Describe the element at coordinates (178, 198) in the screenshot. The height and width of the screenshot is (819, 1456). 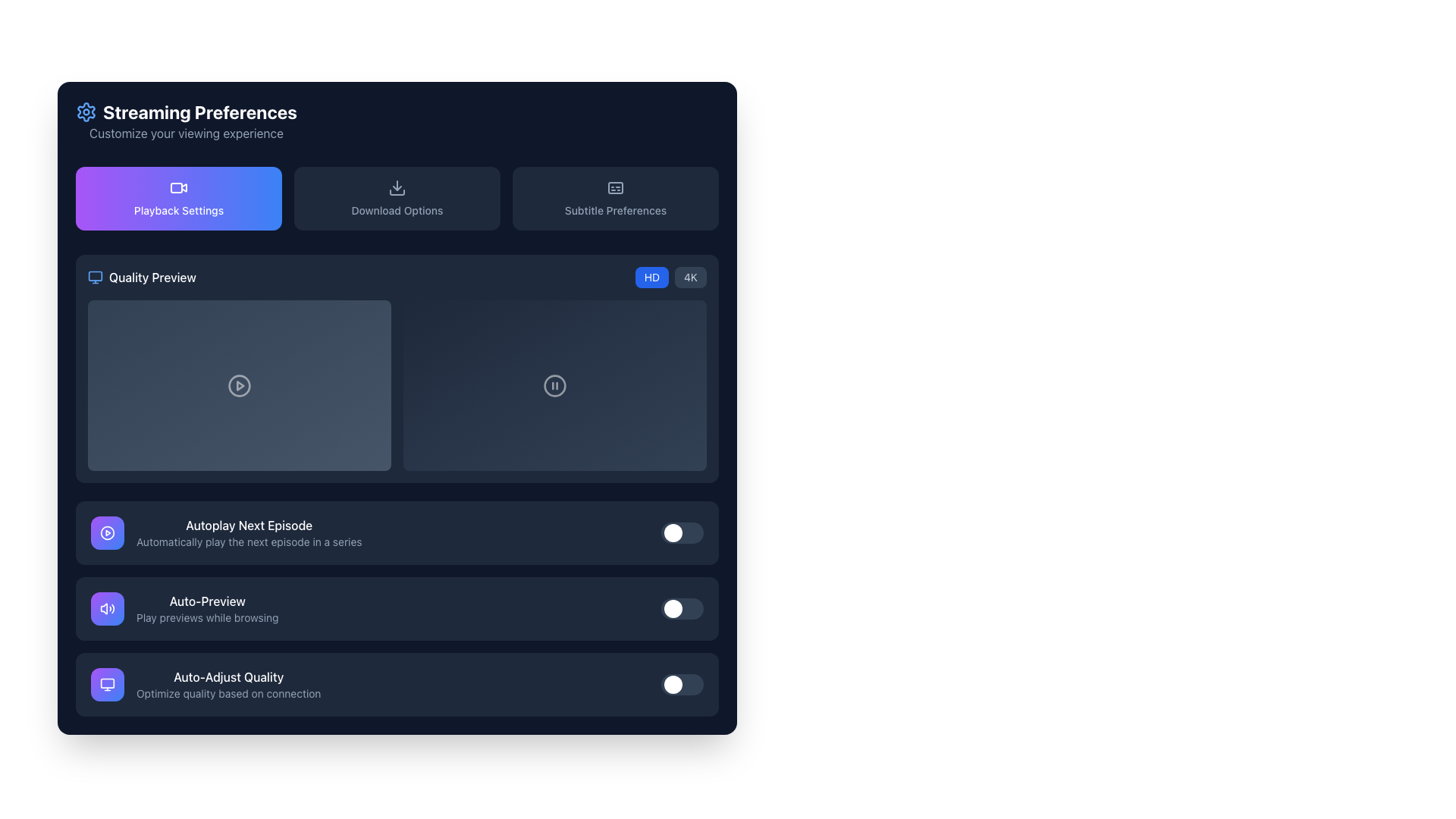
I see `the first button in the group for navigating to playback settings related to streaming preferences, positioned below the 'Streaming Preferences' header` at that location.